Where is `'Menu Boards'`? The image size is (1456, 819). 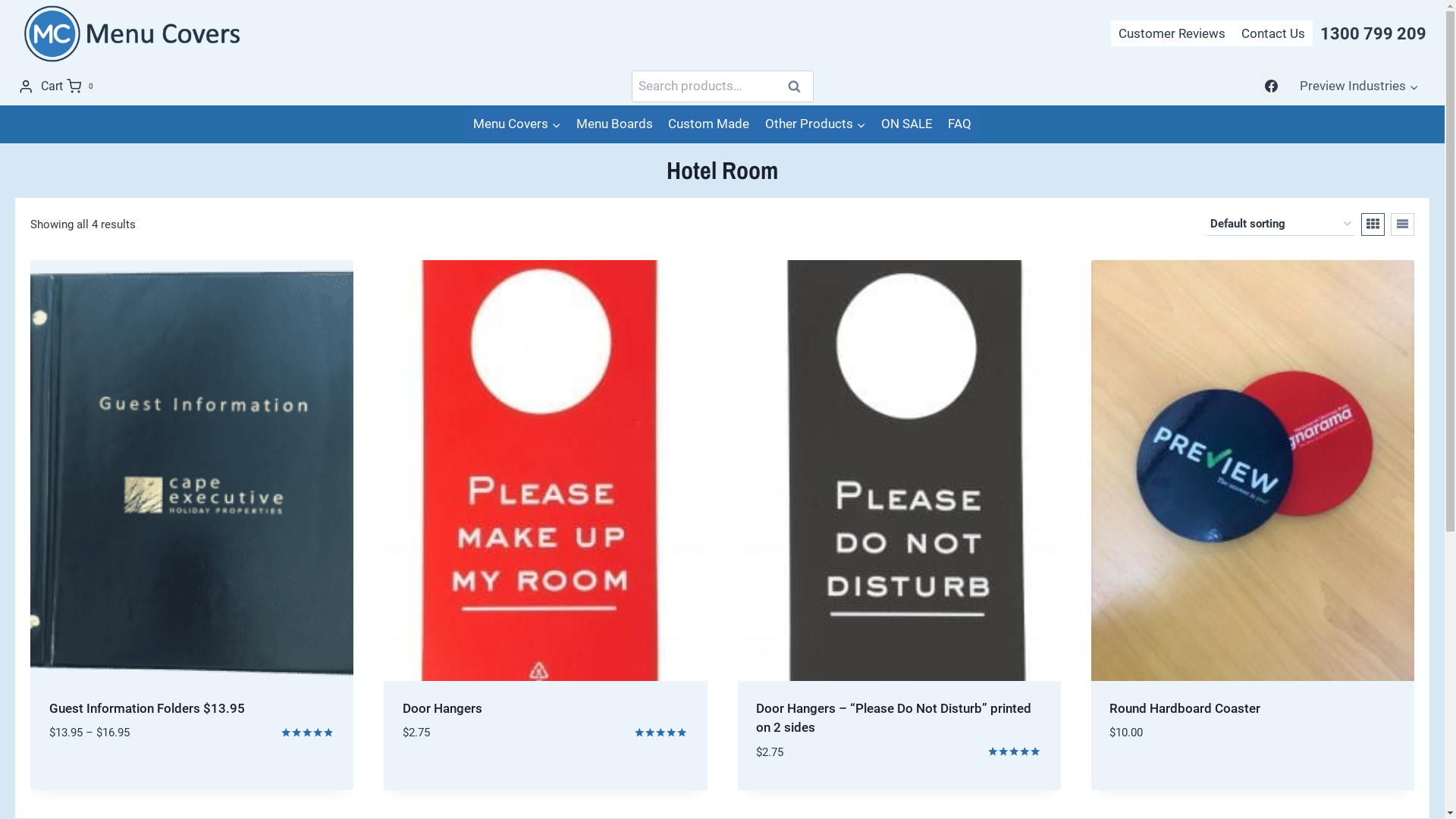 'Menu Boards' is located at coordinates (567, 123).